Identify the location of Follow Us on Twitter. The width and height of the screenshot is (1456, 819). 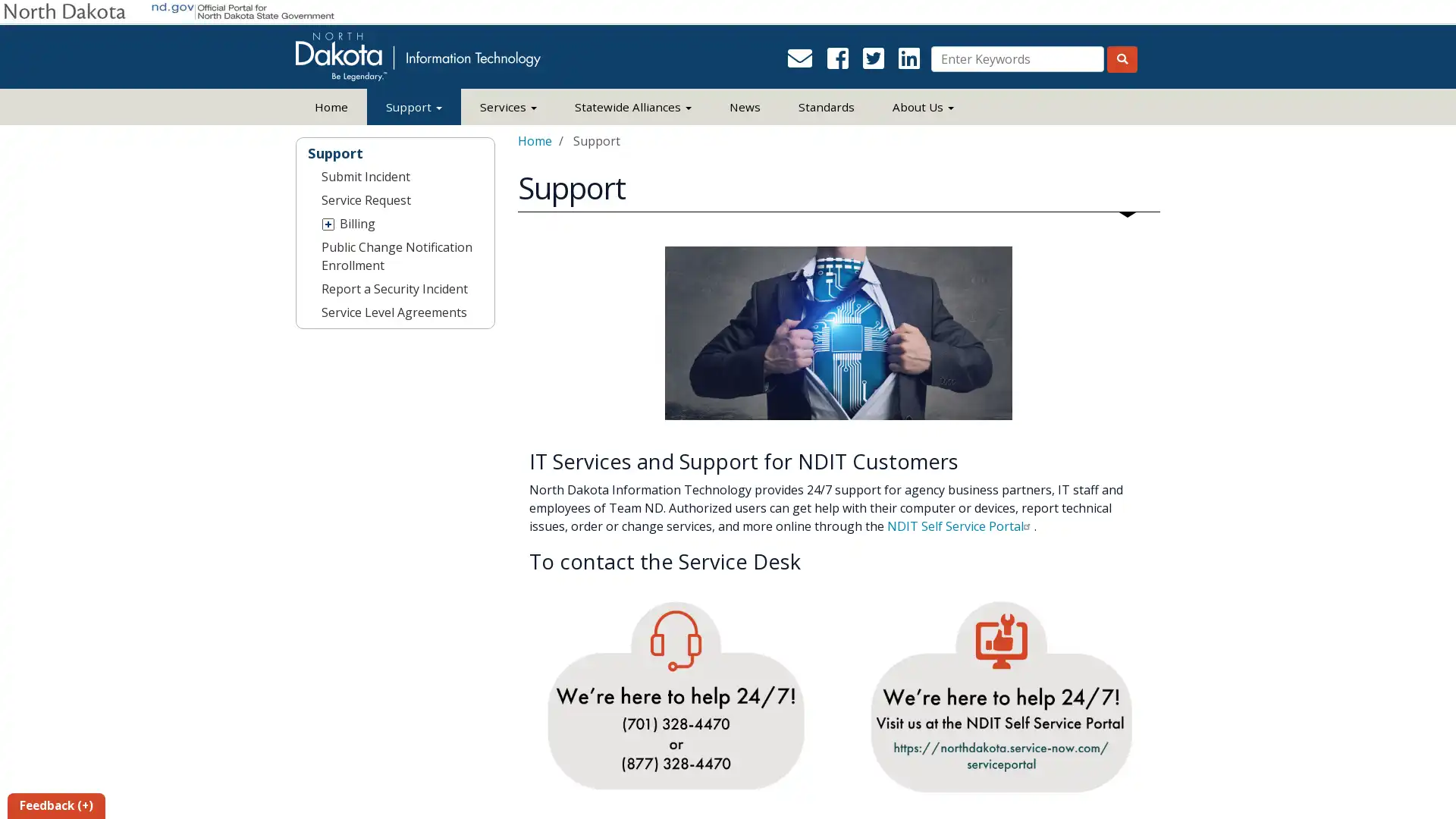
(877, 62).